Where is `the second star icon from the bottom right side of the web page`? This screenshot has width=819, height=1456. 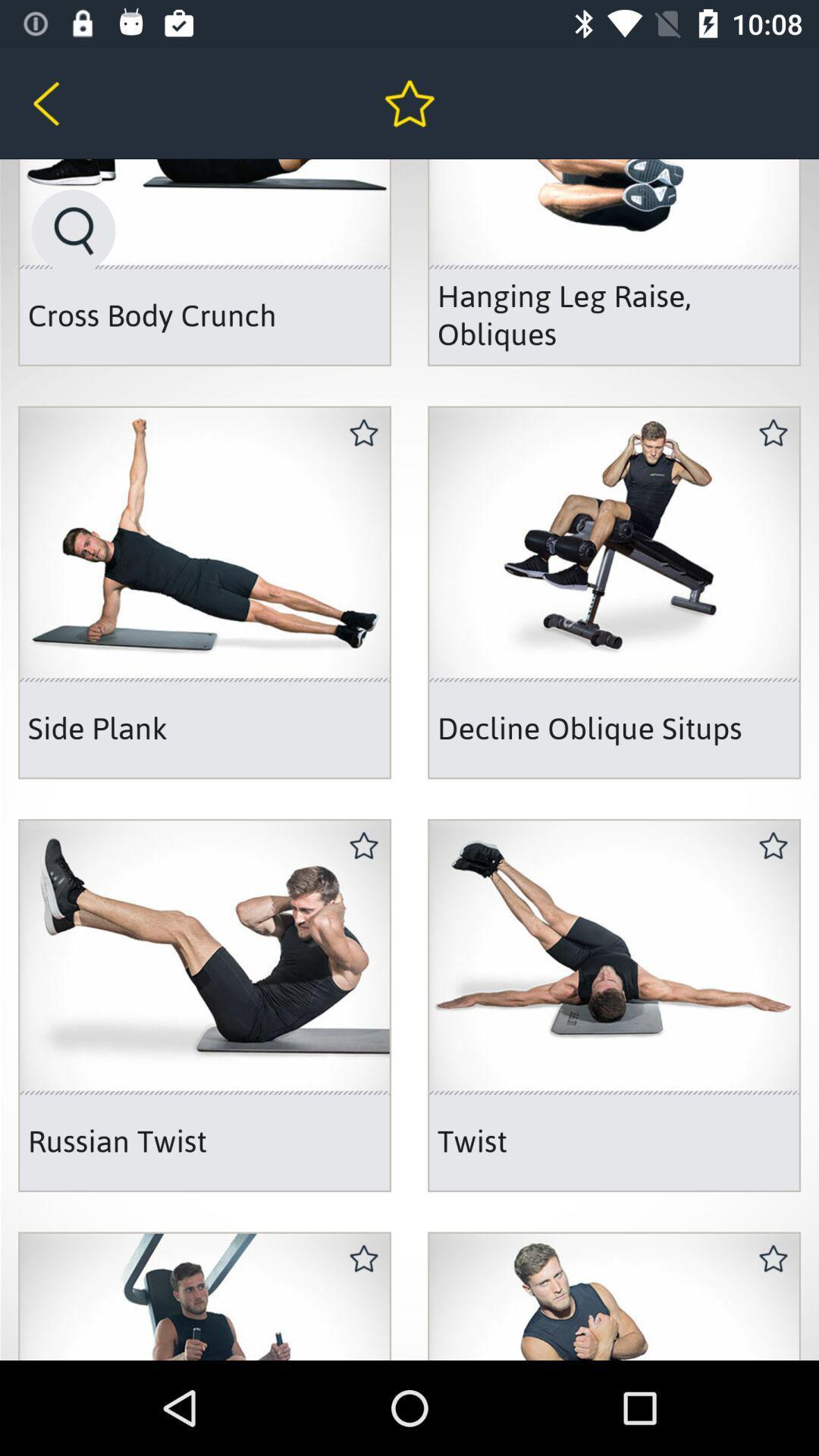
the second star icon from the bottom right side of the web page is located at coordinates (773, 845).